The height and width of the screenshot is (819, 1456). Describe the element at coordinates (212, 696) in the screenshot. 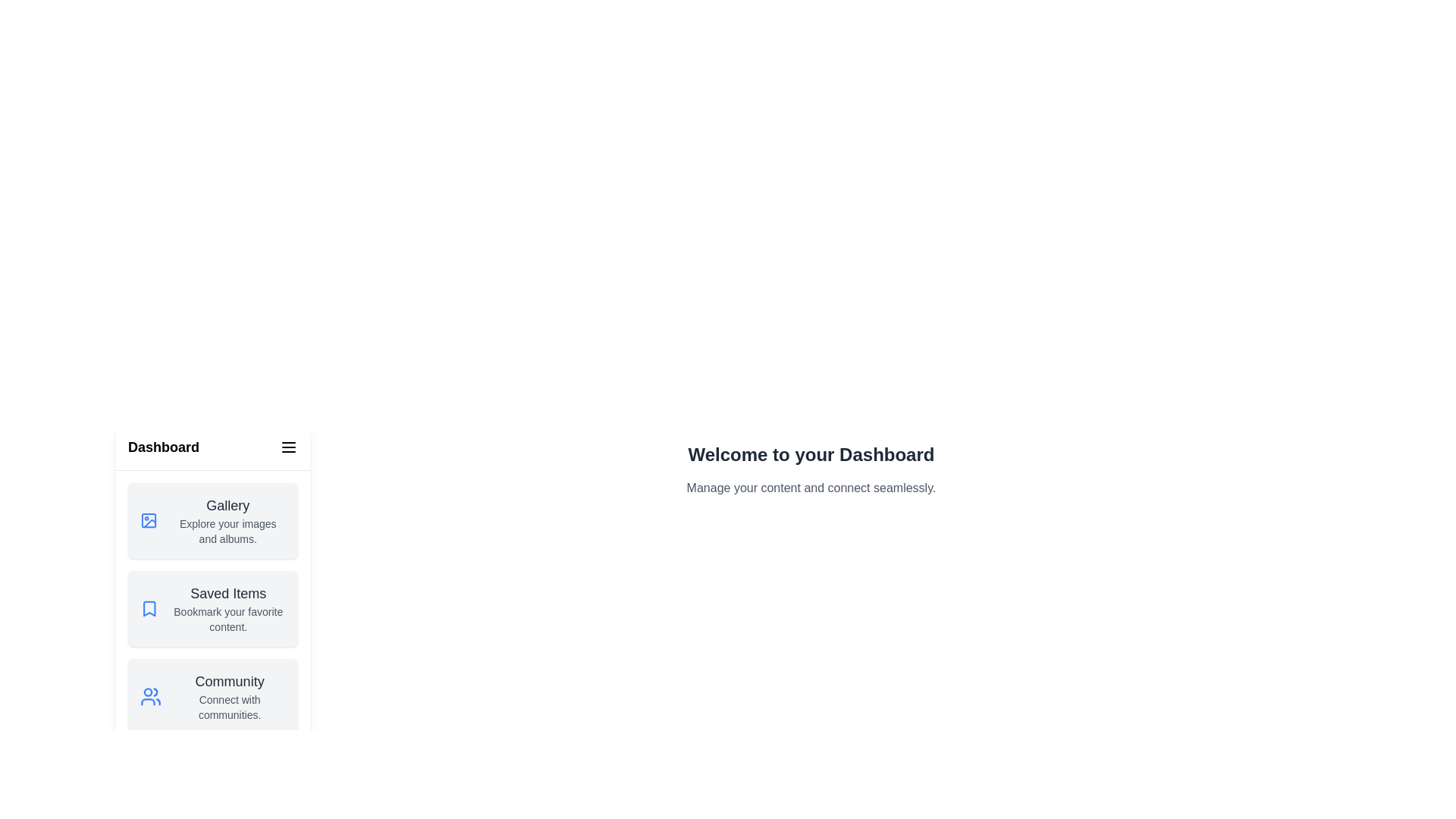

I see `the section Community to observe its hover effect` at that location.